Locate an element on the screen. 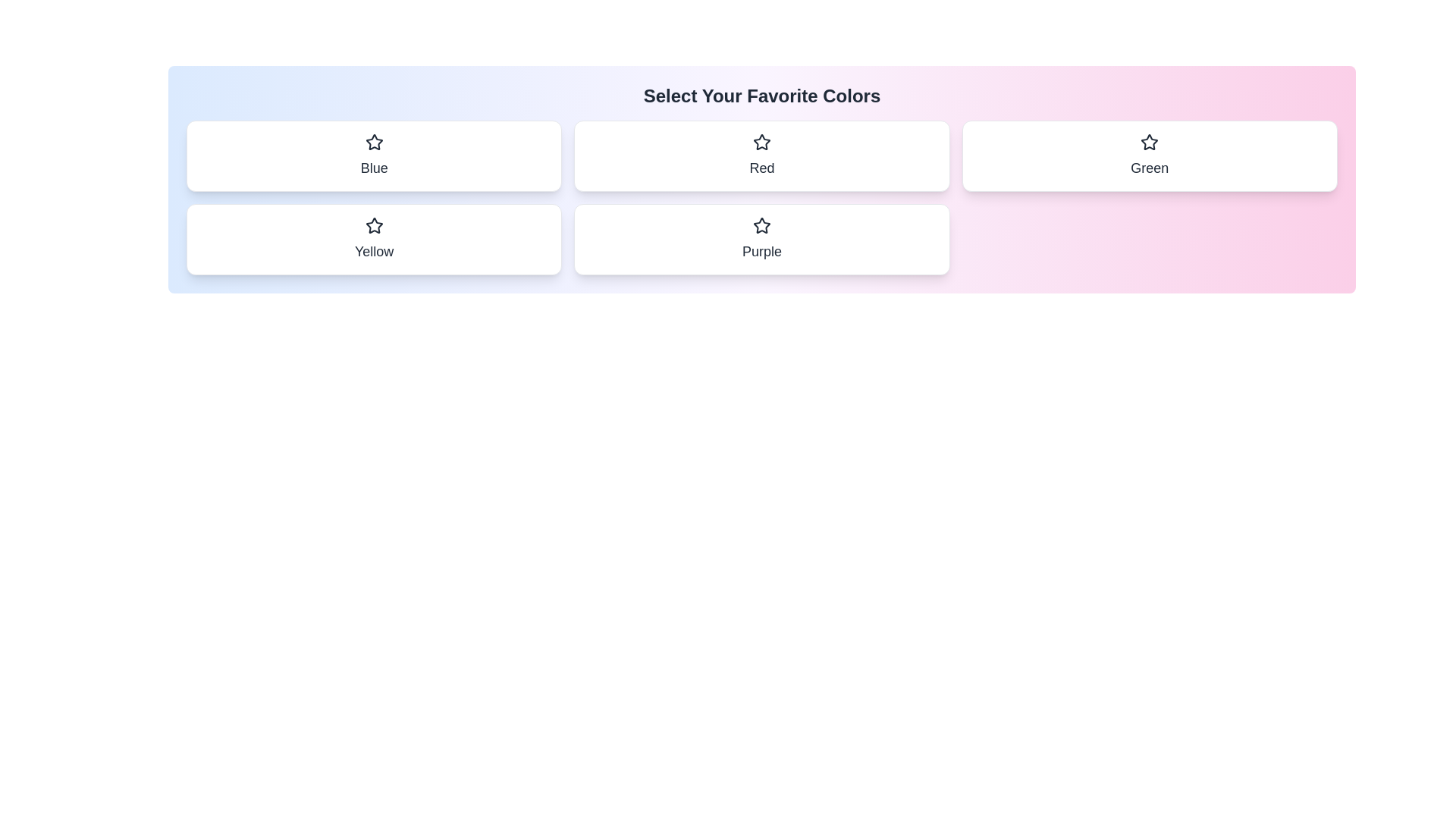  the color chip Yellow is located at coordinates (374, 239).